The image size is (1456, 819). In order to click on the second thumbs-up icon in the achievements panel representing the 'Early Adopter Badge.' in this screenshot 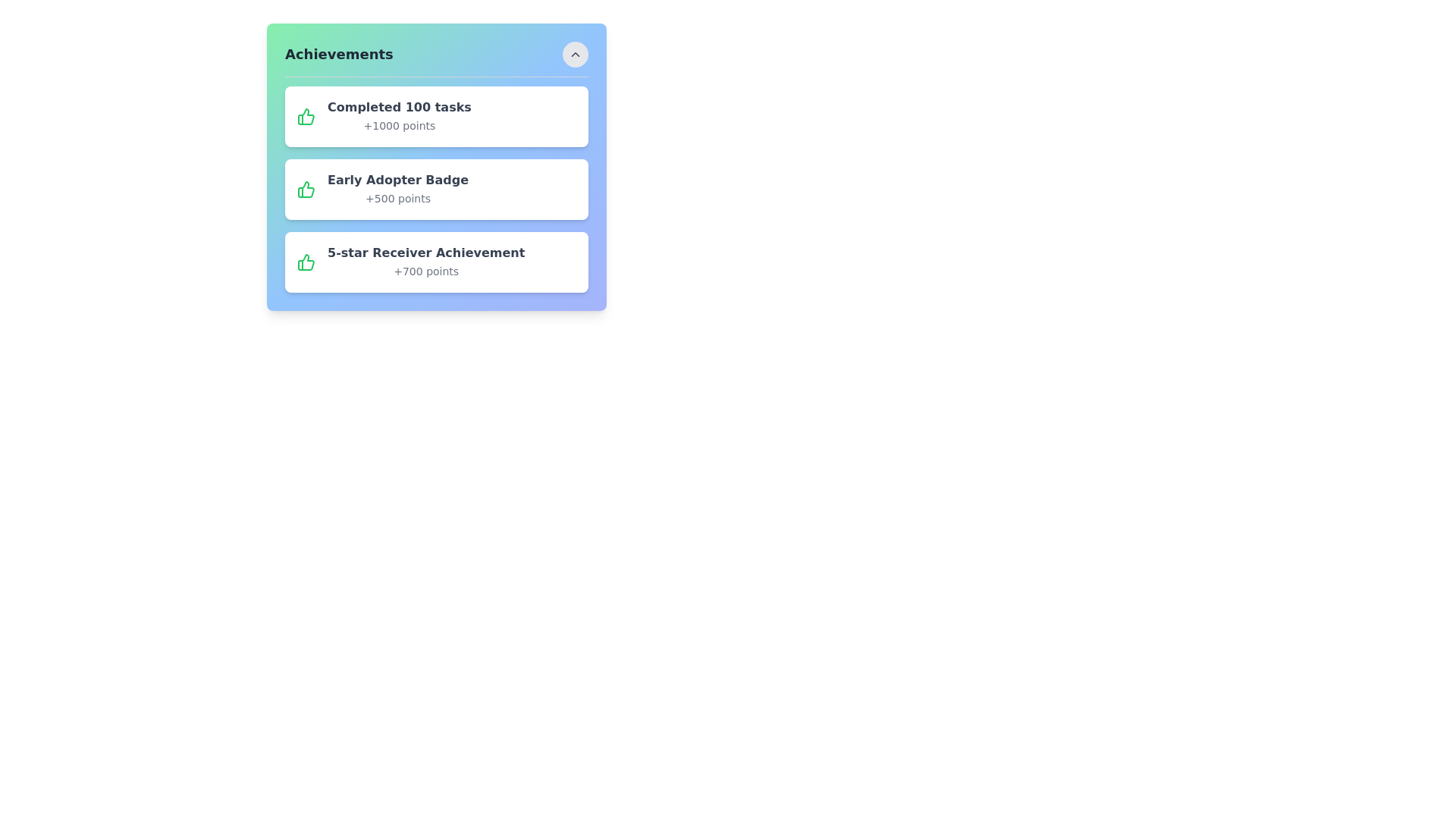, I will do `click(305, 262)`.